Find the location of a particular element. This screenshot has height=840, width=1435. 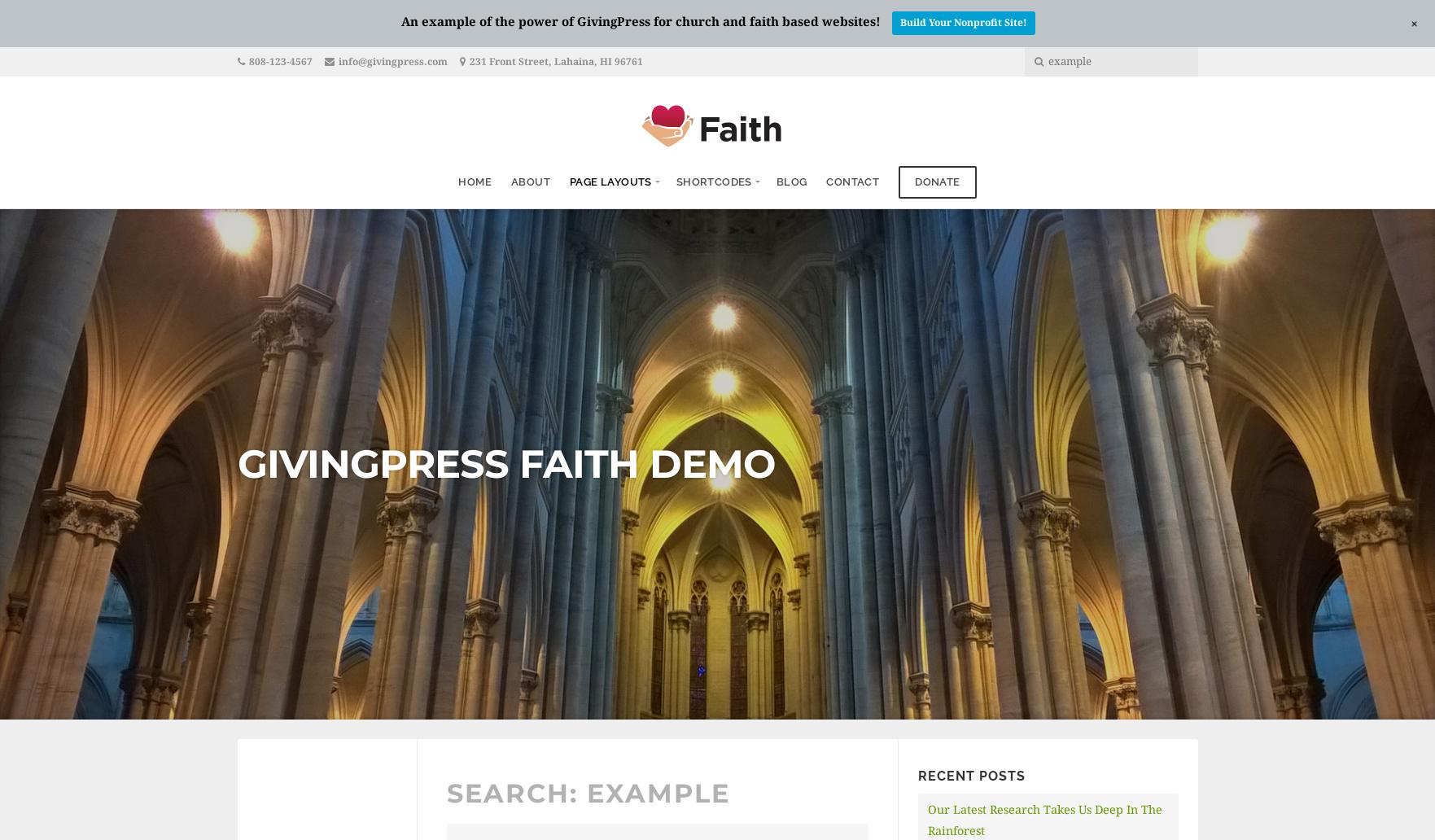

'Our Latest Research Takes Us Deep In The Rainforest' is located at coordinates (1043, 819).